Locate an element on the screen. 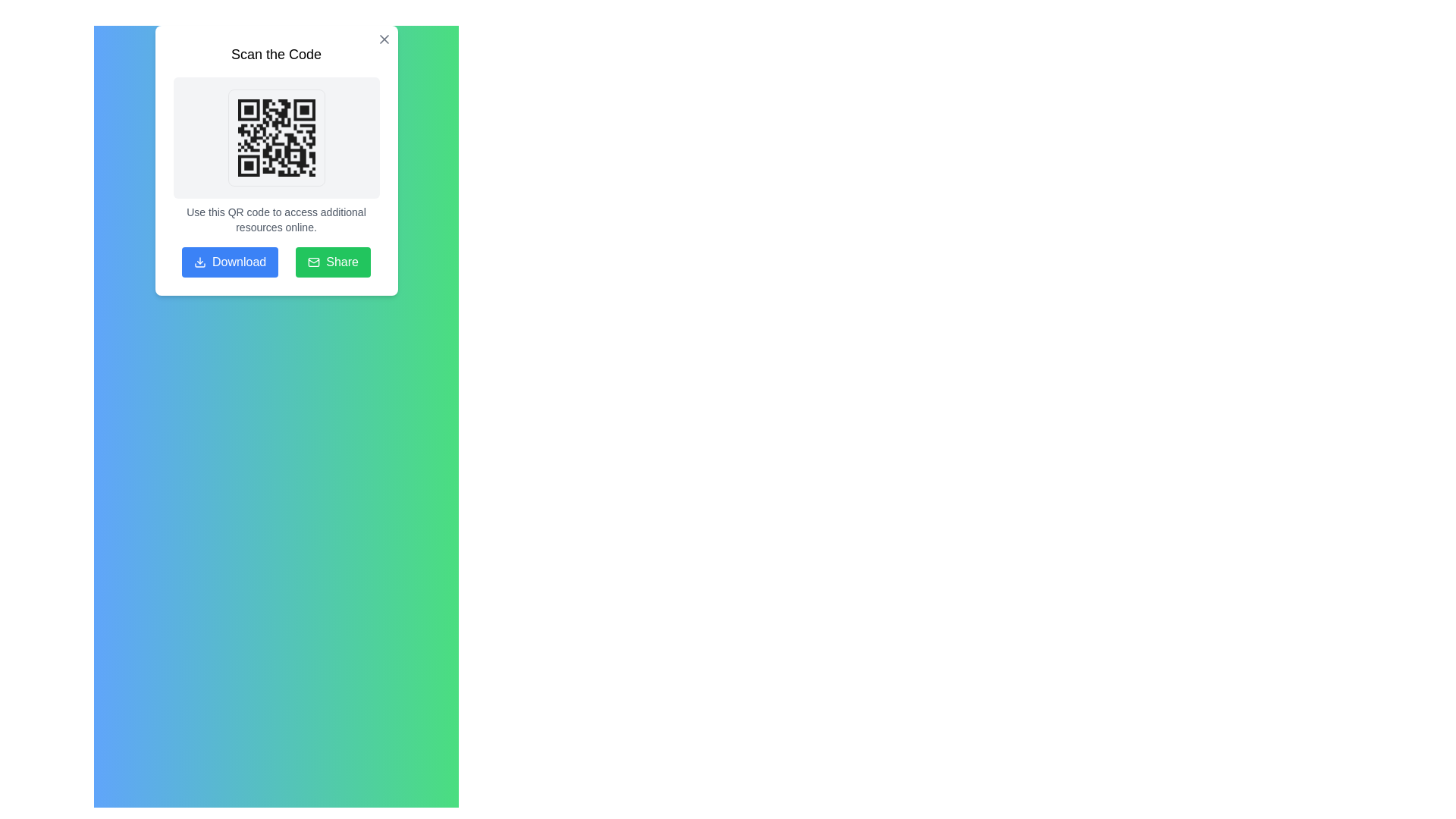 This screenshot has height=819, width=1456. the text element providing additional information about the QR code, located below the QR code image and above the 'Download' and 'Share' buttons is located at coordinates (276, 219).